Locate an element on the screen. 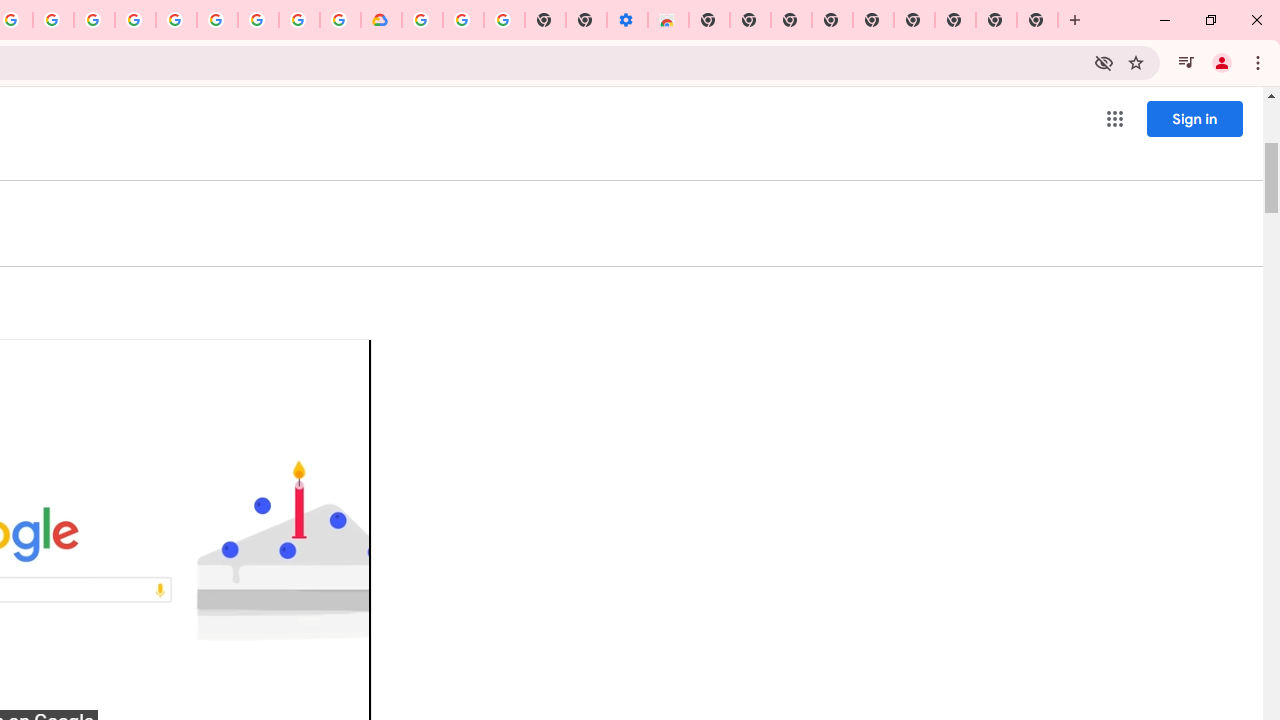  'Google Account Help' is located at coordinates (462, 20).